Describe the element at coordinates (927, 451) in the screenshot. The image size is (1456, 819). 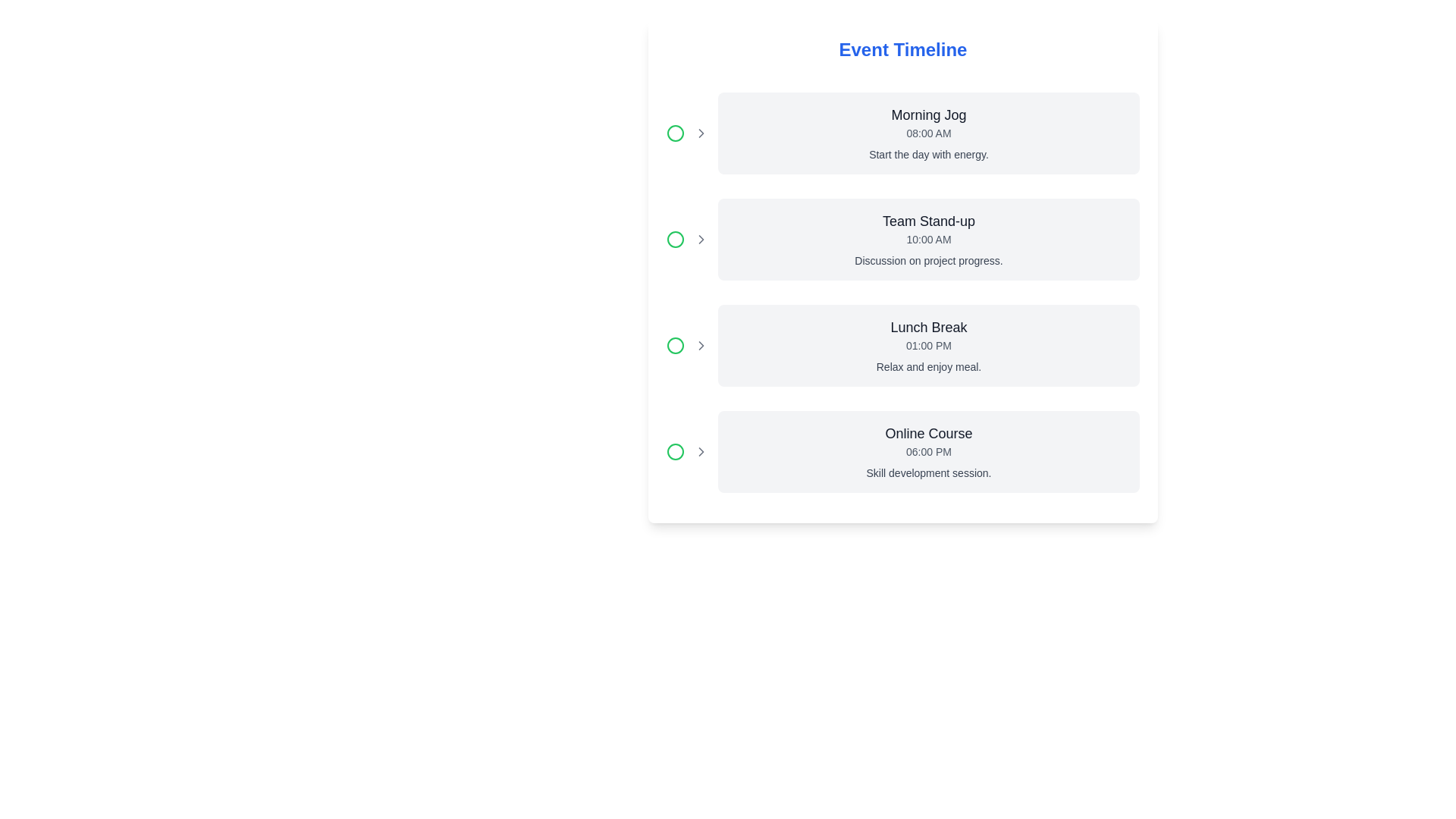
I see `the static text label displaying '06:00 PM', which is positioned between the title 'Online Course' and the description 'Skill development session.'` at that location.